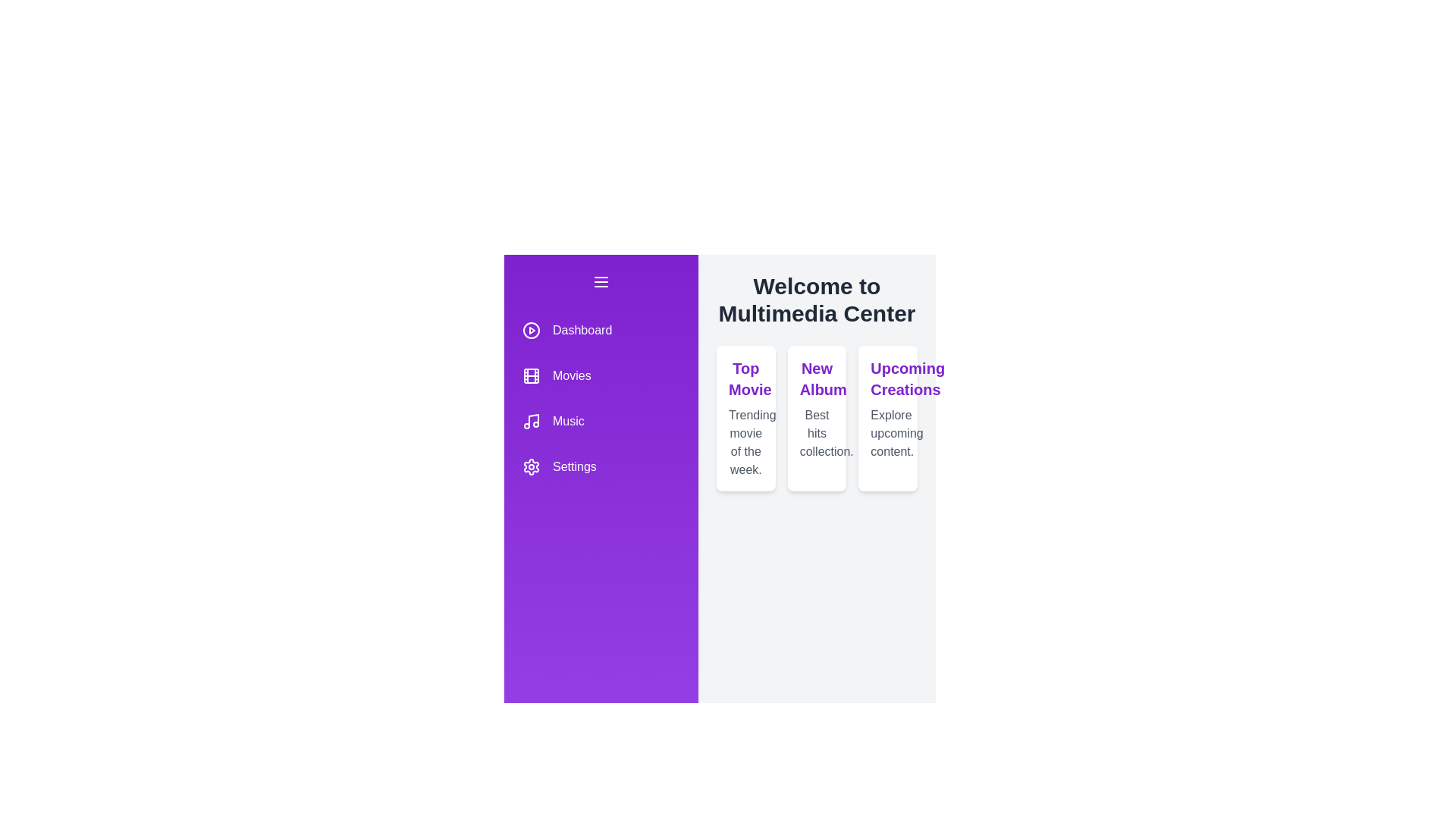 The image size is (1456, 819). What do you see at coordinates (745, 418) in the screenshot?
I see `the card with the title Top Movie` at bounding box center [745, 418].